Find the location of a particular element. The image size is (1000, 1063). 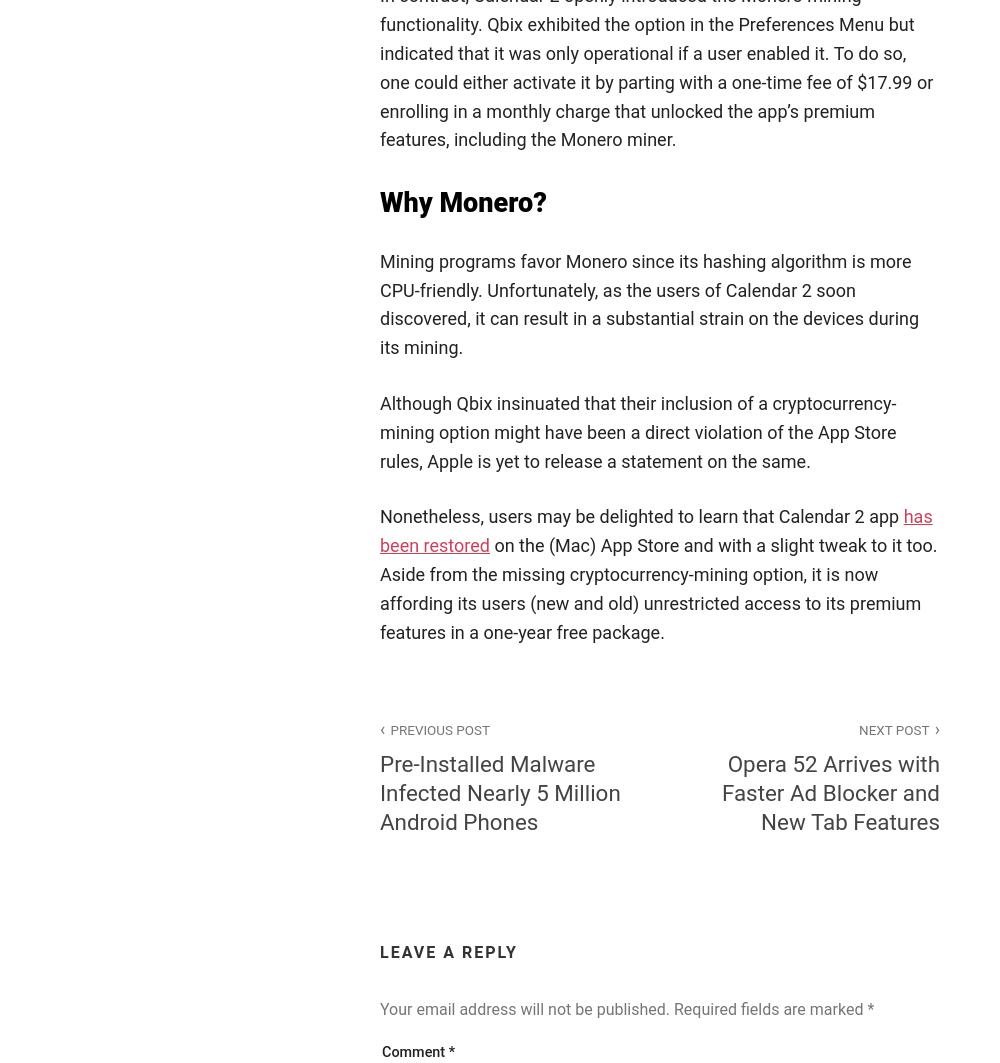

'Comment' is located at coordinates (415, 1050).